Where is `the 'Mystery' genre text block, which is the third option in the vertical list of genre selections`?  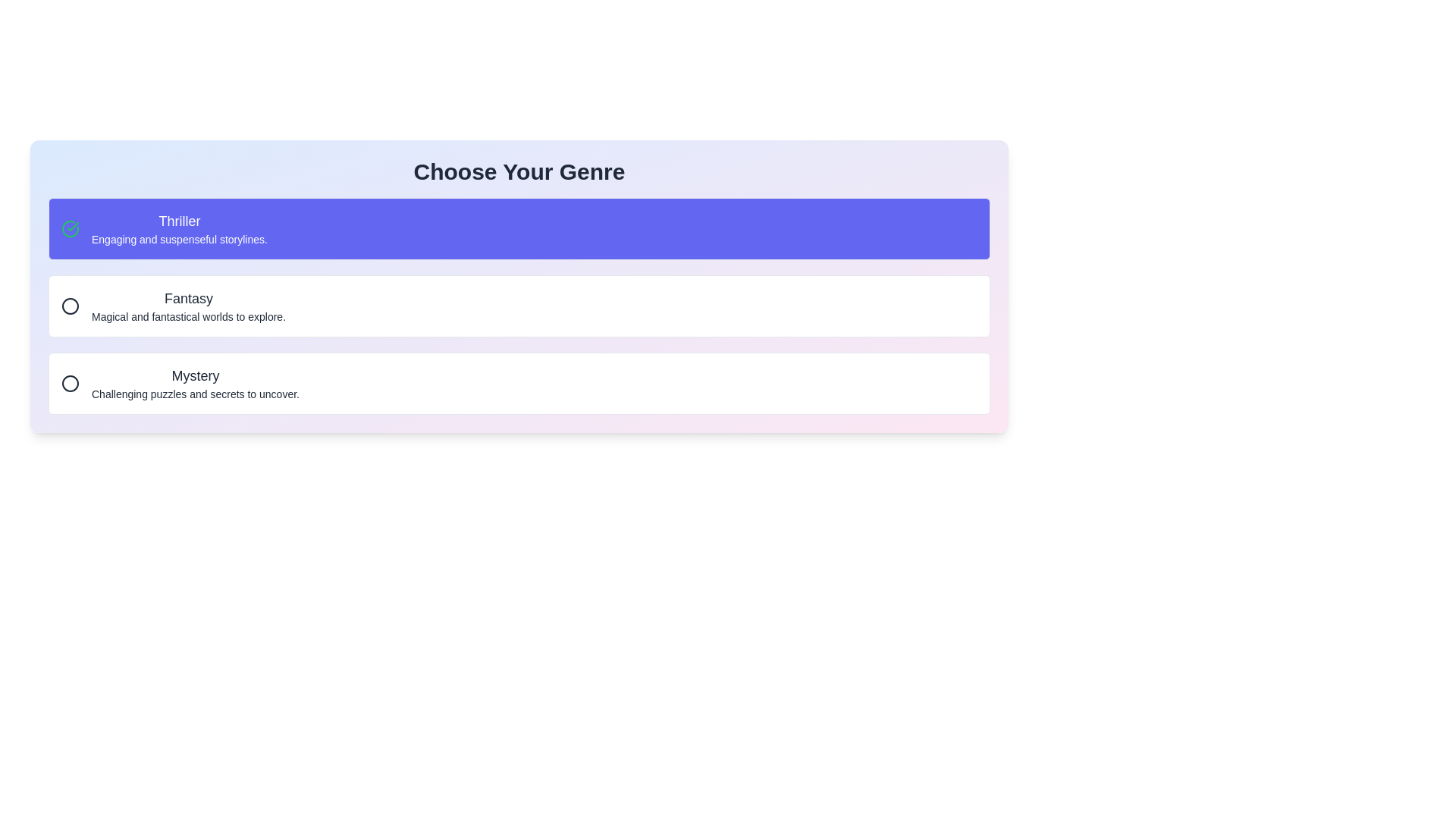
the 'Mystery' genre text block, which is the third option in the vertical list of genre selections is located at coordinates (195, 382).